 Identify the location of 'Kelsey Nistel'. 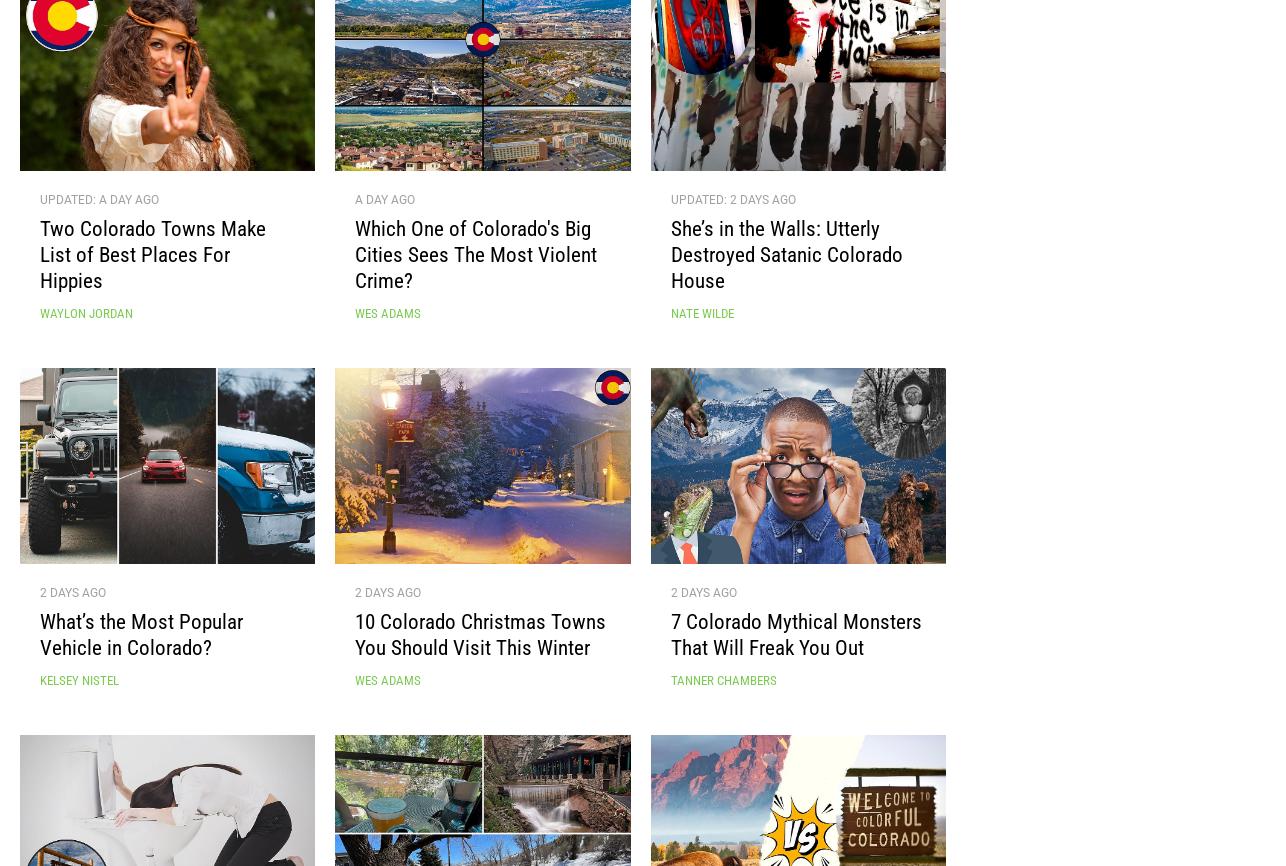
(79, 688).